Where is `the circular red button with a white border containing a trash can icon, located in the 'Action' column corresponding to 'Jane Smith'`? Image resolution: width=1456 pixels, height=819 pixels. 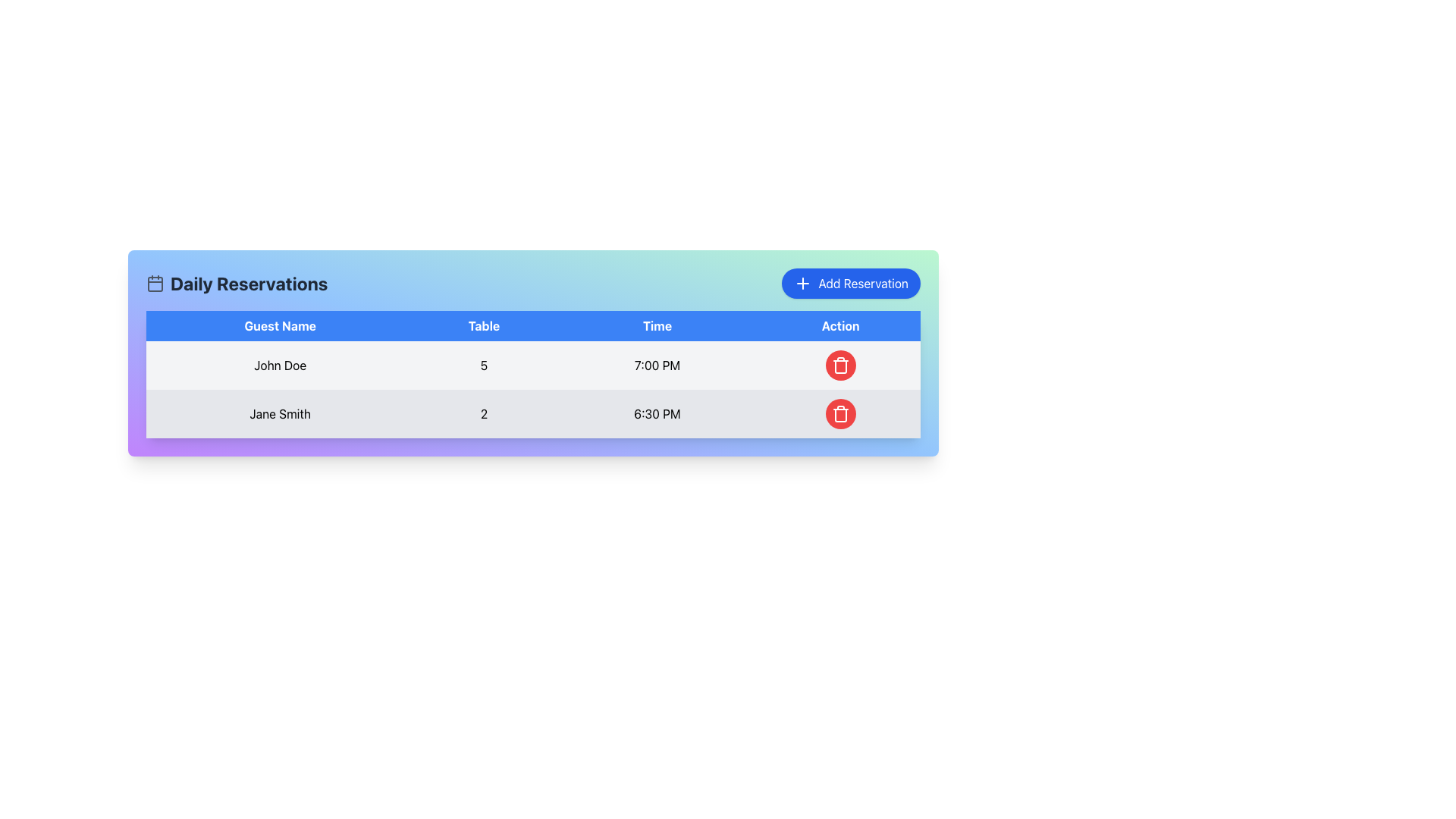 the circular red button with a white border containing a trash can icon, located in the 'Action' column corresponding to 'Jane Smith' is located at coordinates (839, 414).